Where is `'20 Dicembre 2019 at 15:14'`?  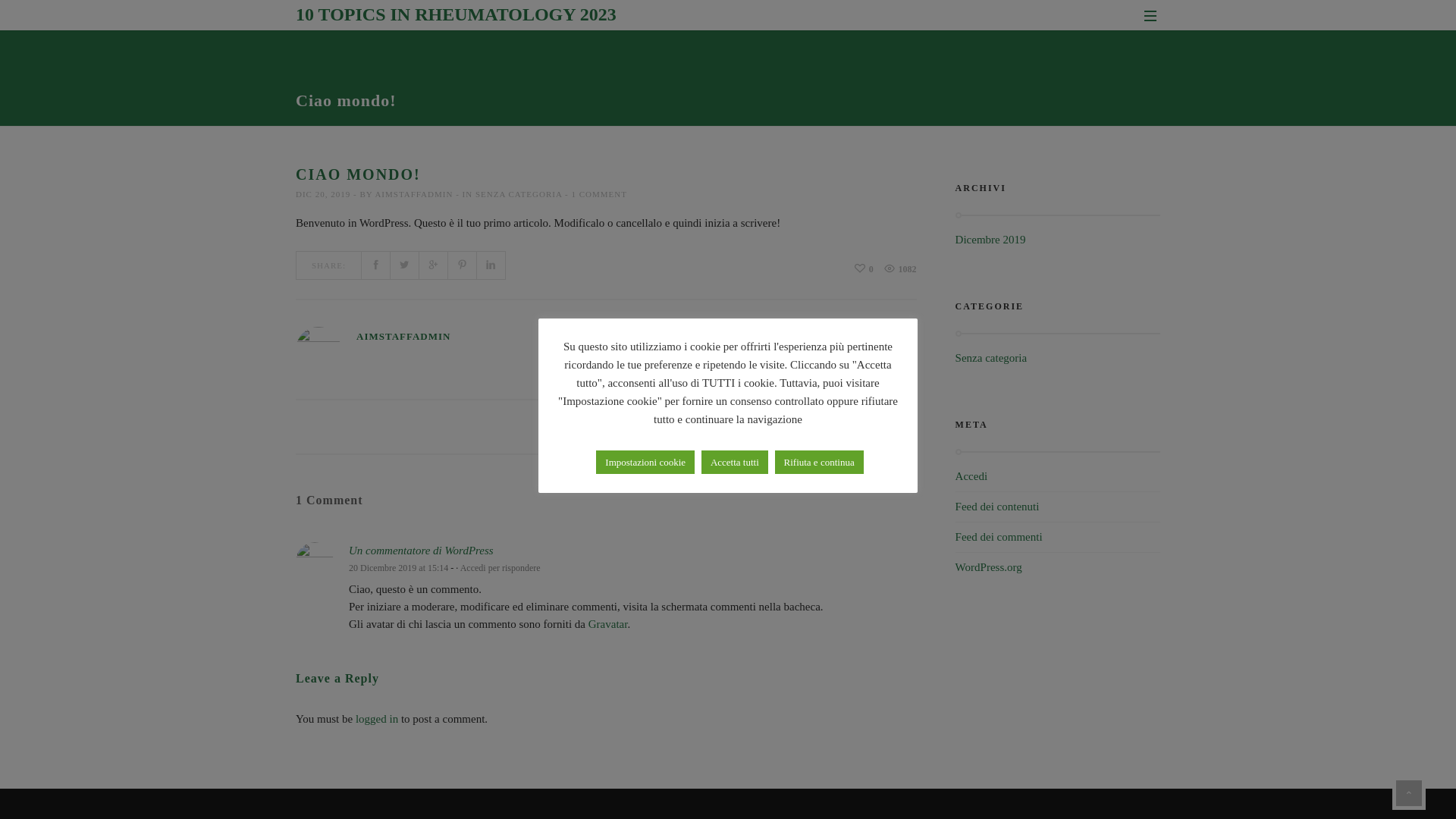
'20 Dicembre 2019 at 15:14' is located at coordinates (398, 567).